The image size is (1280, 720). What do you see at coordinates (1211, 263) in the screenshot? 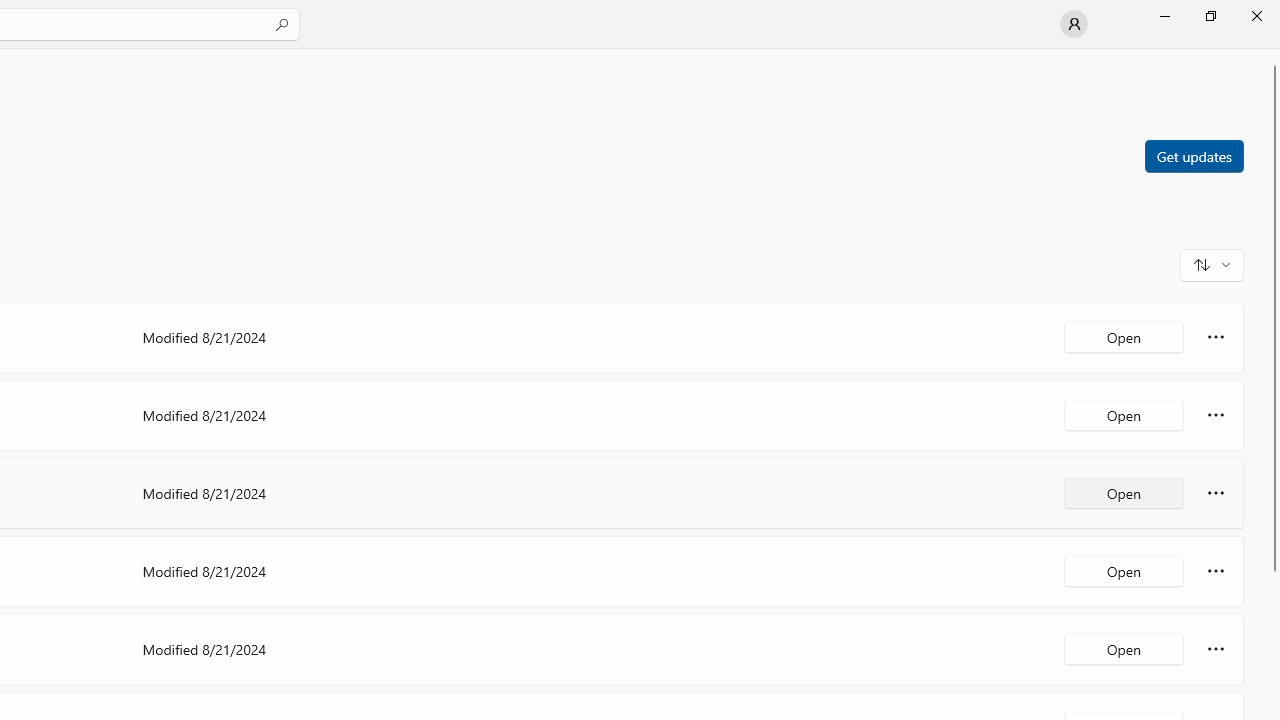
I see `'Sort and filter'` at bounding box center [1211, 263].